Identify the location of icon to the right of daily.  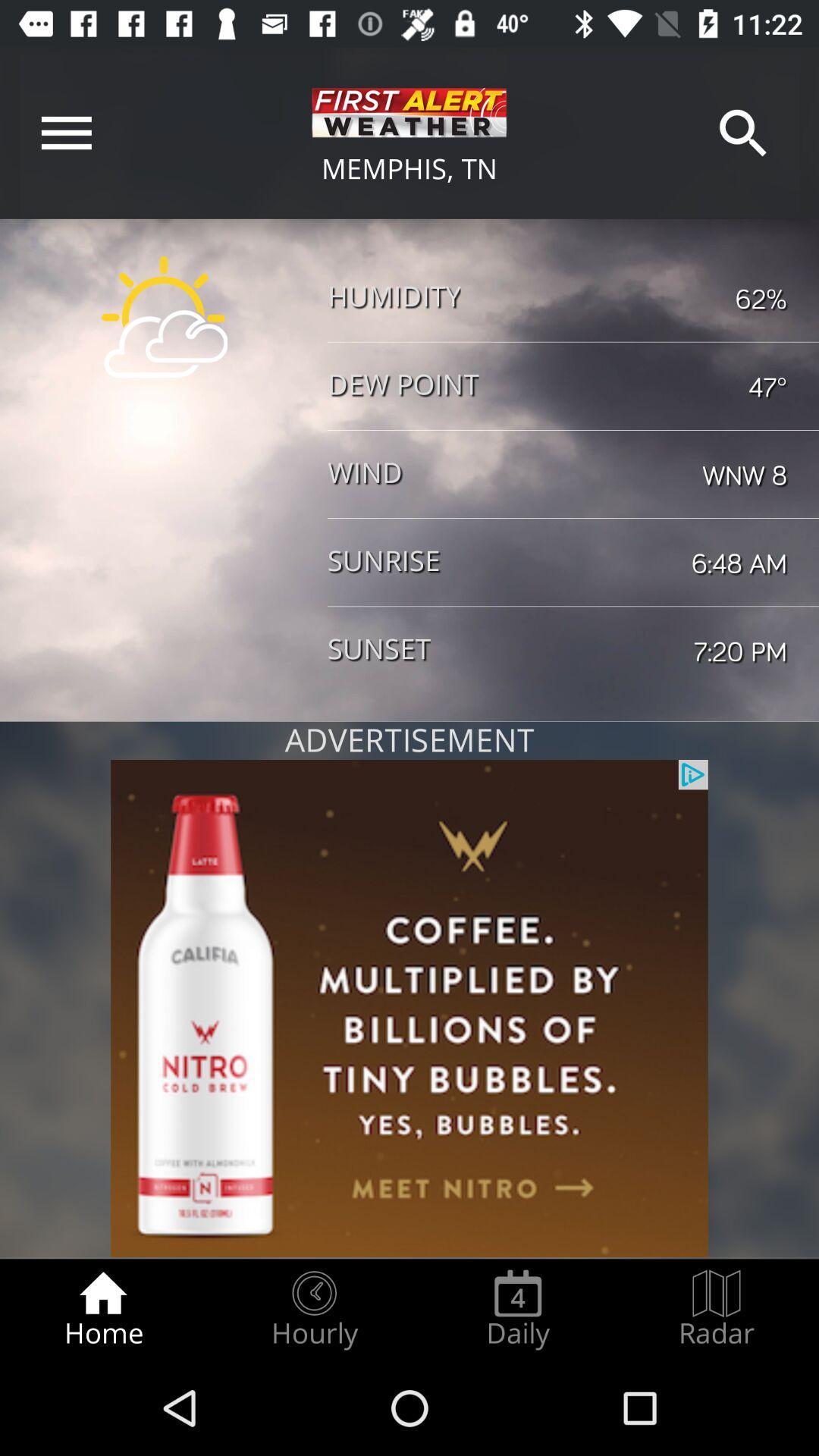
(717, 1309).